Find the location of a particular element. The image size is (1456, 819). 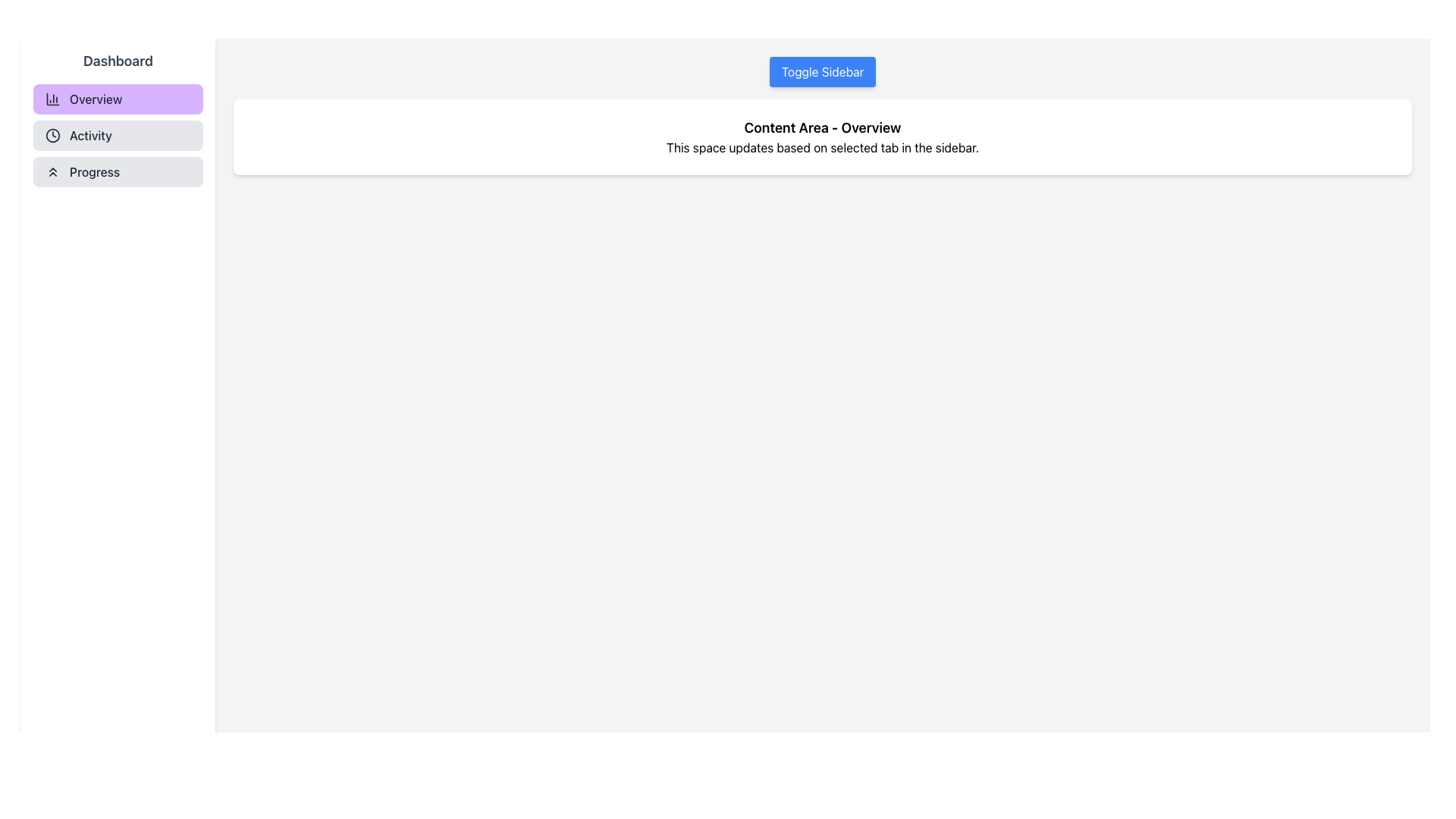

the purple rectangular button labeled 'Overview' which features a chart icon on the left side is located at coordinates (118, 99).